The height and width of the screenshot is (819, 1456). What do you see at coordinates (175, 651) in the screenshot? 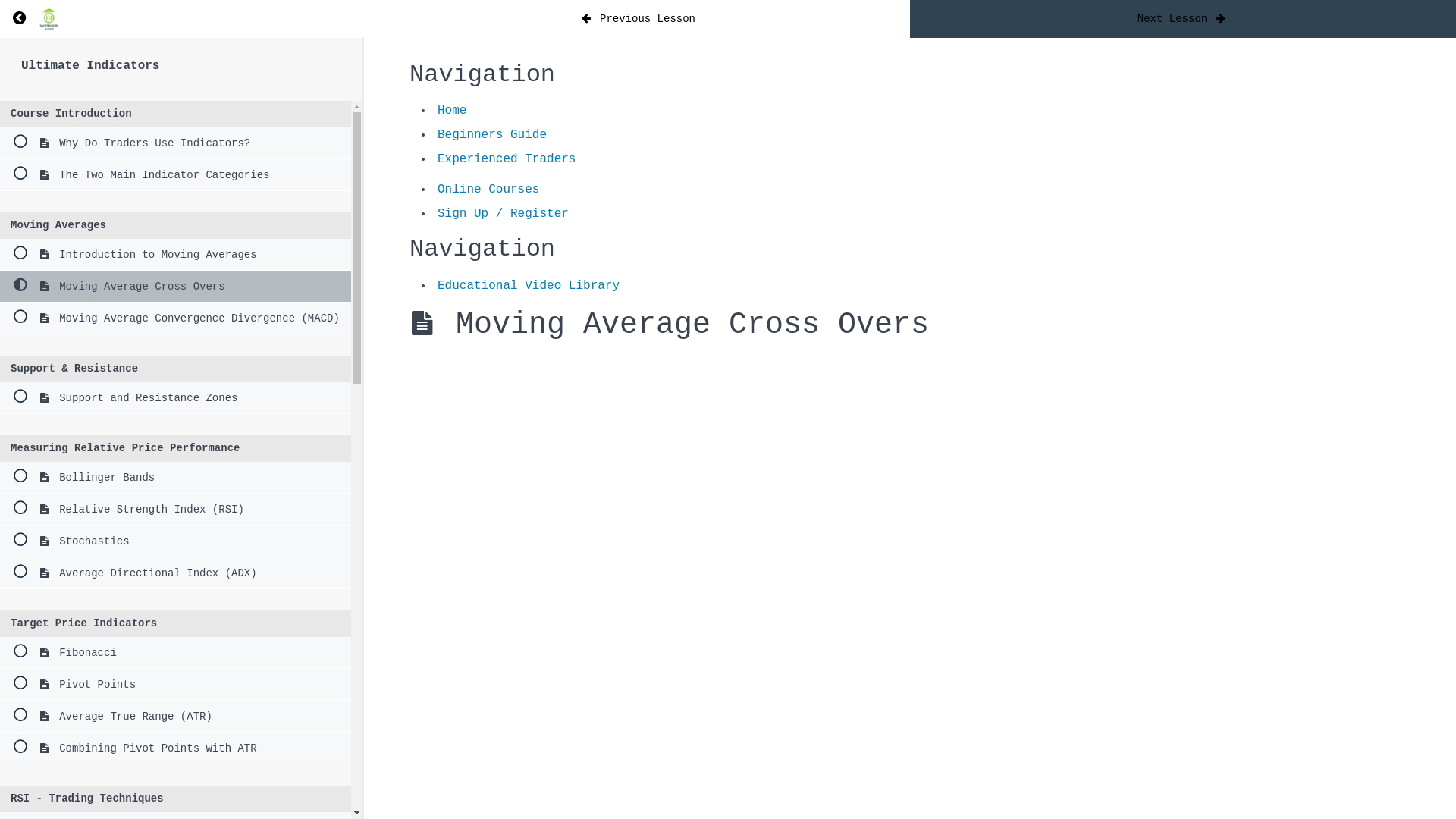
I see `'Fibonacci'` at bounding box center [175, 651].